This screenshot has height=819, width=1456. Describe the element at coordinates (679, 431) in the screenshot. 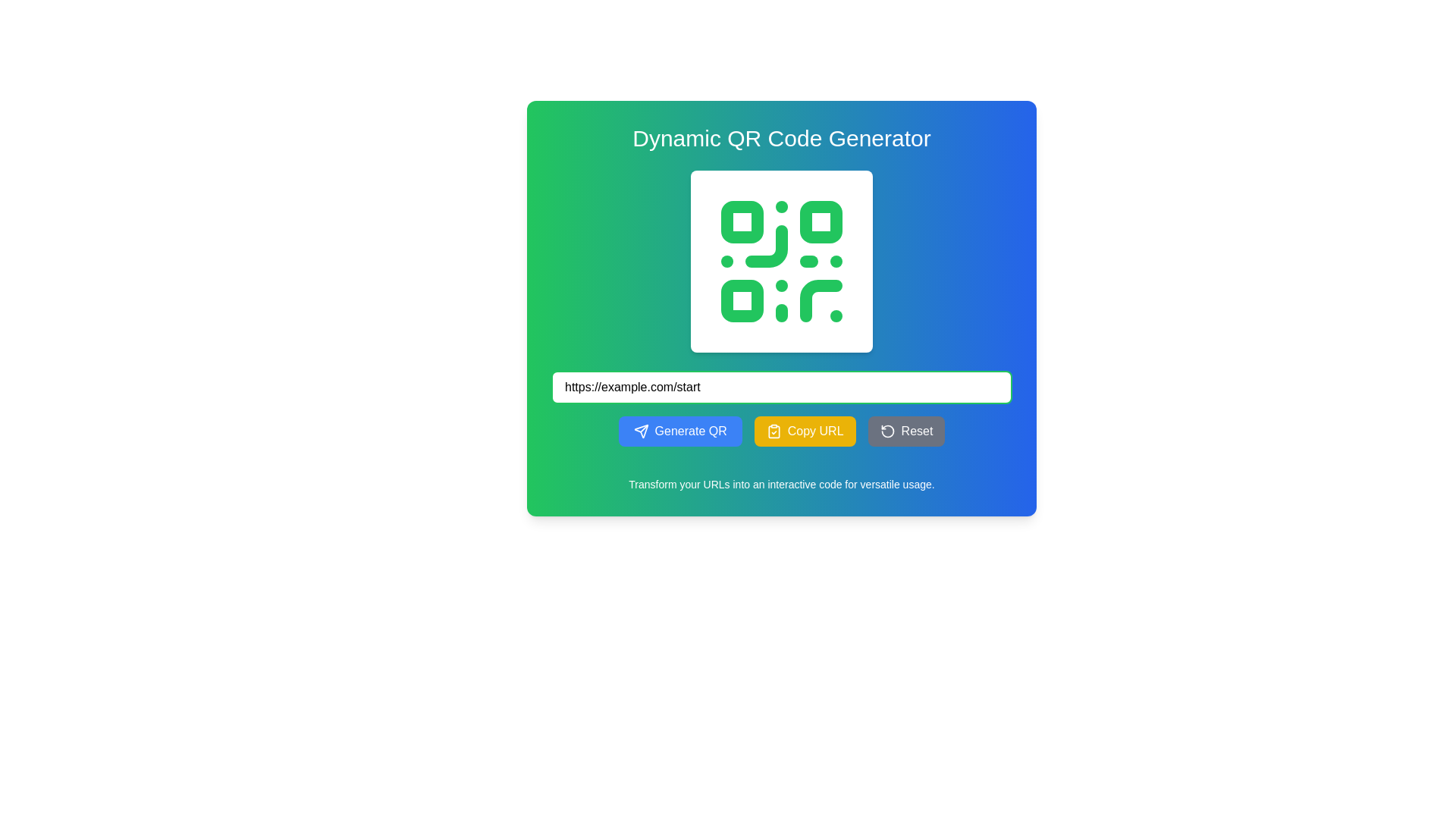

I see `the leftmost button in the row of three buttons located centrally on the page to generate the QR code based on the URL provided in the input field` at that location.